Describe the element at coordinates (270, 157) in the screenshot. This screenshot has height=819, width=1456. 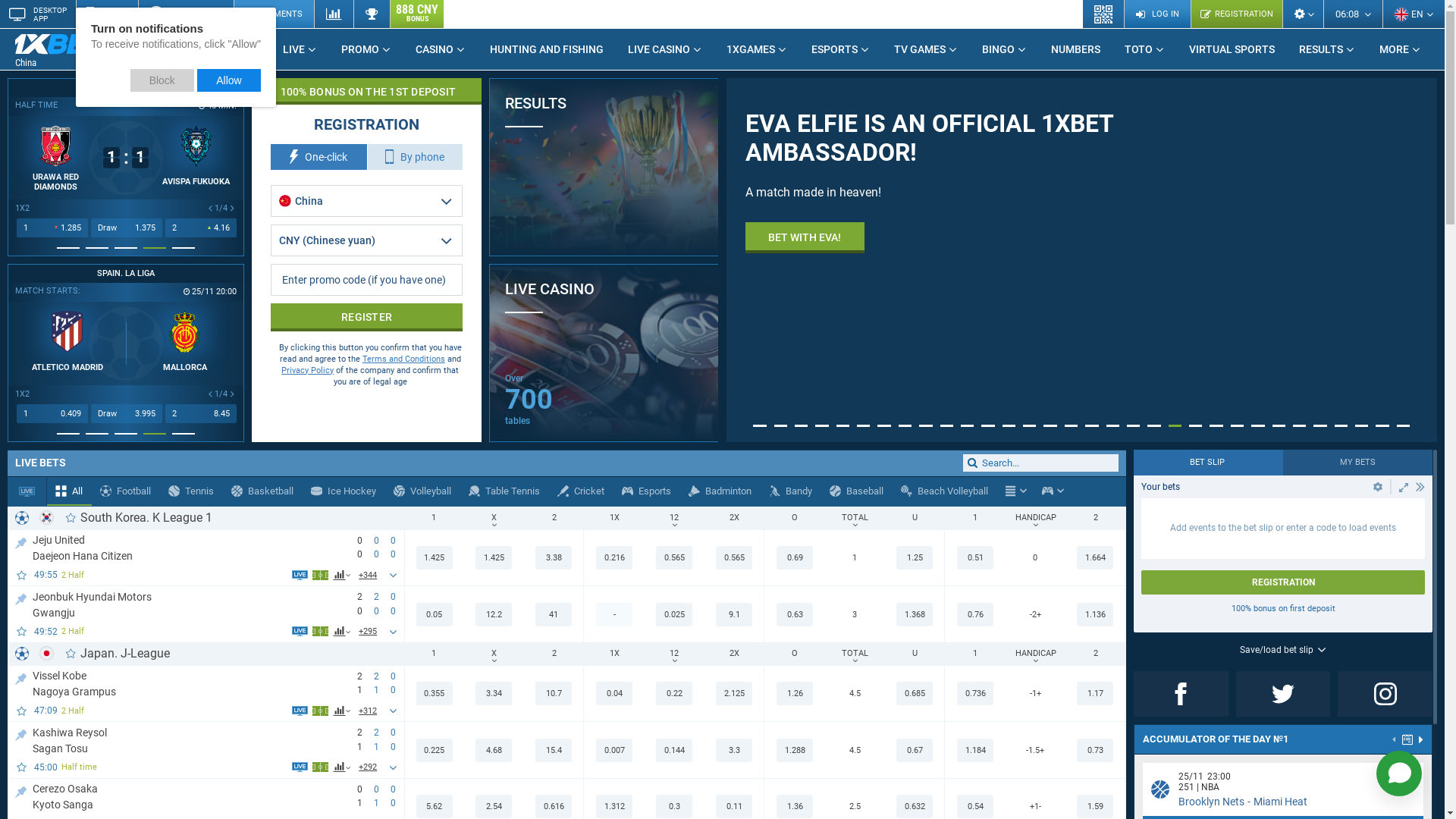
I see `'One-click'` at that location.